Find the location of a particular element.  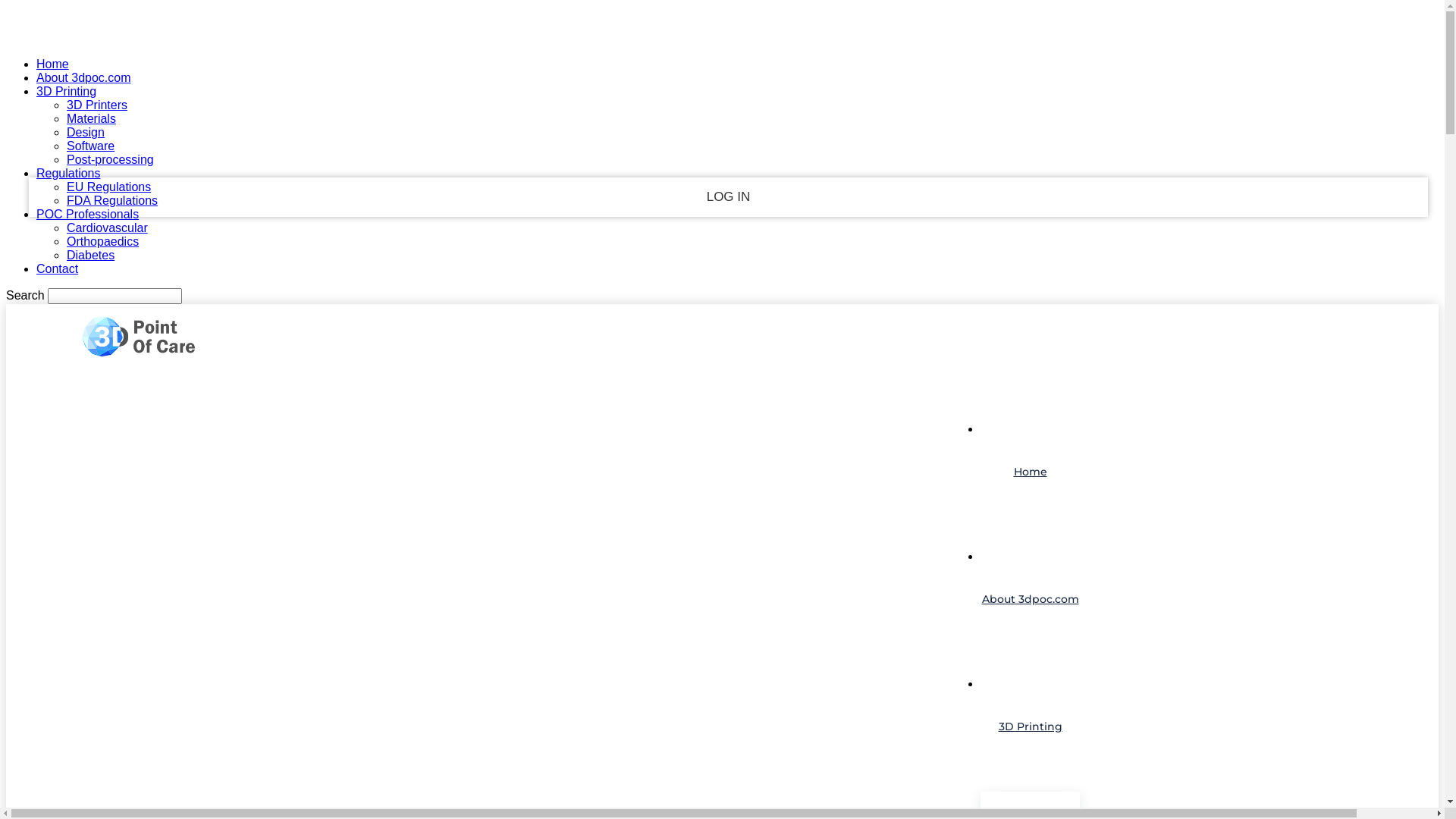

'3D Printing' is located at coordinates (1030, 726).